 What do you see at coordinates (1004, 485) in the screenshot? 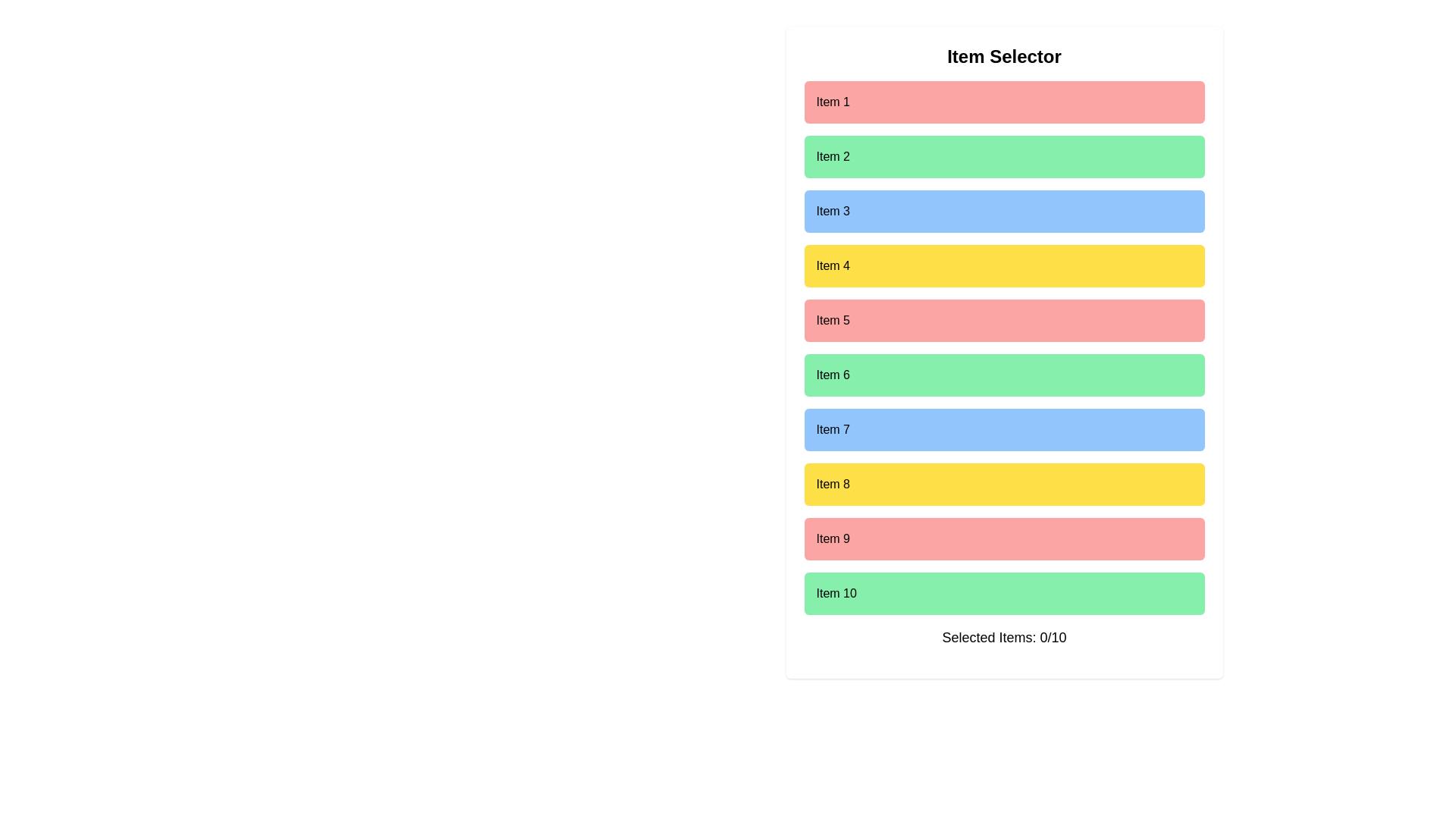
I see `the Button-like UI component representing 'Item 8' in the vertically arranged list` at bounding box center [1004, 485].